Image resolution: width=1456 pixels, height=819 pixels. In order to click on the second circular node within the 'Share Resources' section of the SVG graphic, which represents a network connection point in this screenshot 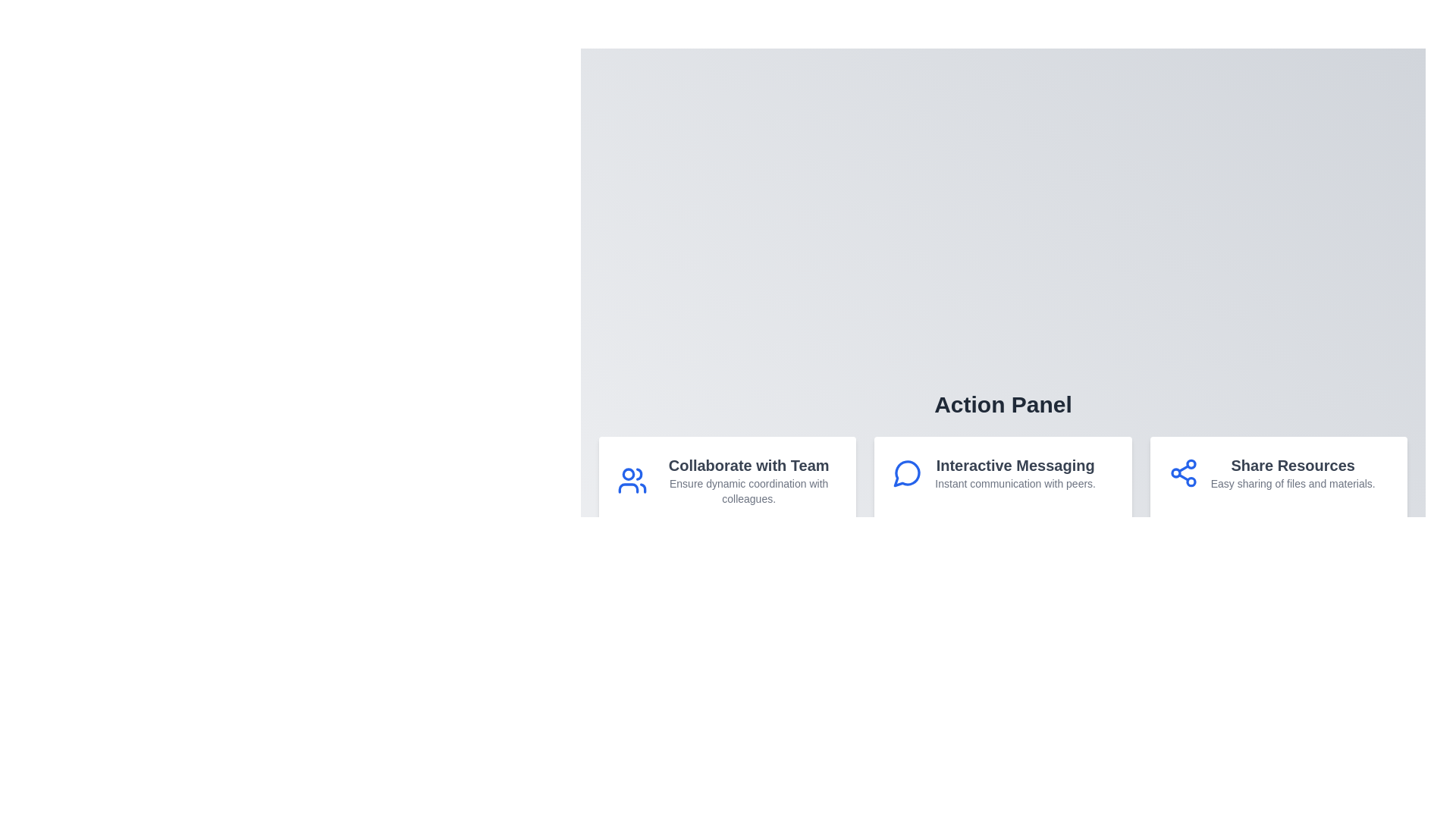, I will do `click(1175, 472)`.